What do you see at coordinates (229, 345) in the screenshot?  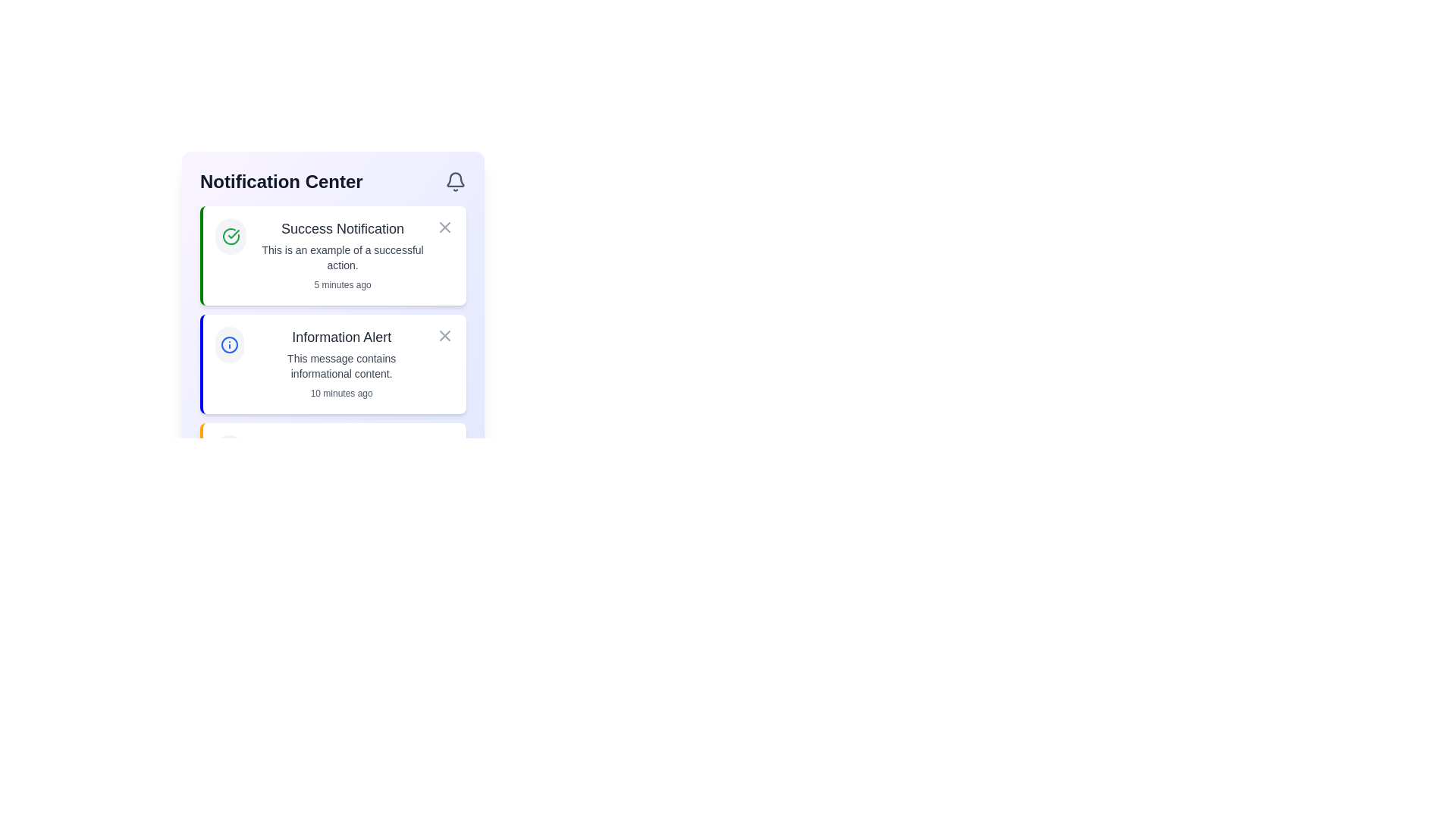 I see `small circular icon with a blue outline and information symbol located in the left section of the 'Information Alert' card in the 'Notification Center' interface` at bounding box center [229, 345].